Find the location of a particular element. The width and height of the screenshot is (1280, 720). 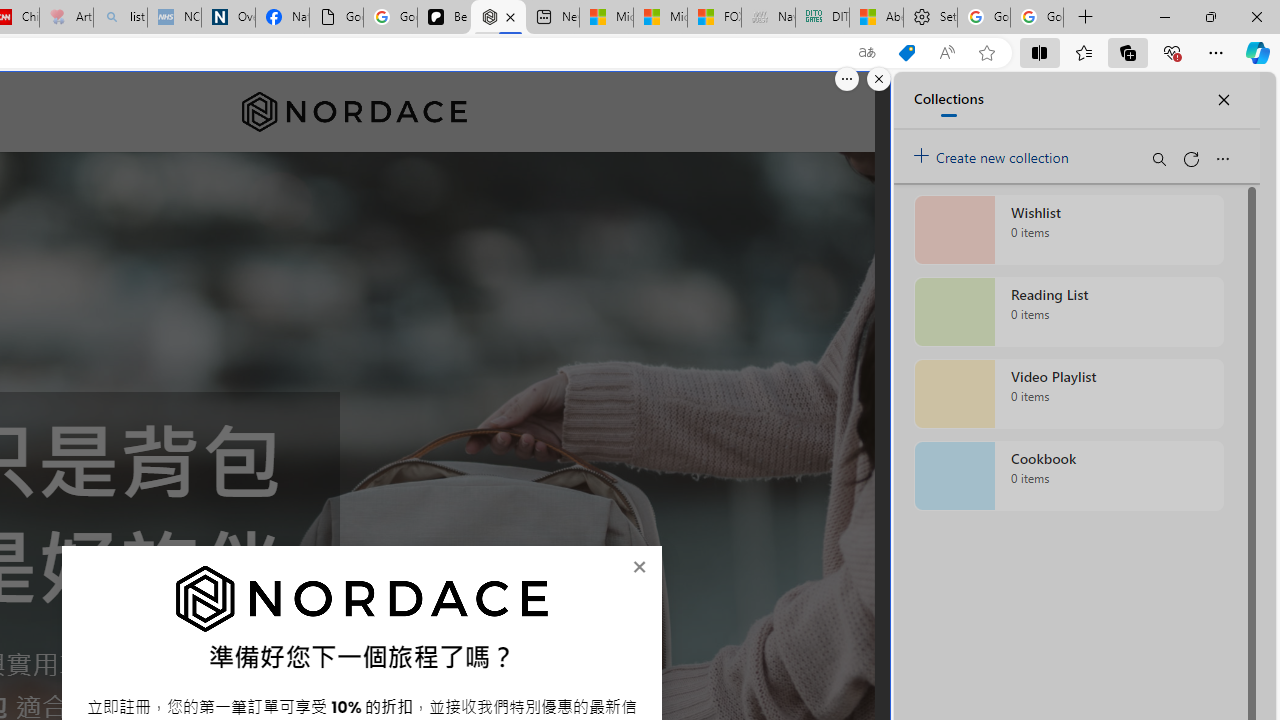

'FOX News - MSN' is located at coordinates (714, 17).